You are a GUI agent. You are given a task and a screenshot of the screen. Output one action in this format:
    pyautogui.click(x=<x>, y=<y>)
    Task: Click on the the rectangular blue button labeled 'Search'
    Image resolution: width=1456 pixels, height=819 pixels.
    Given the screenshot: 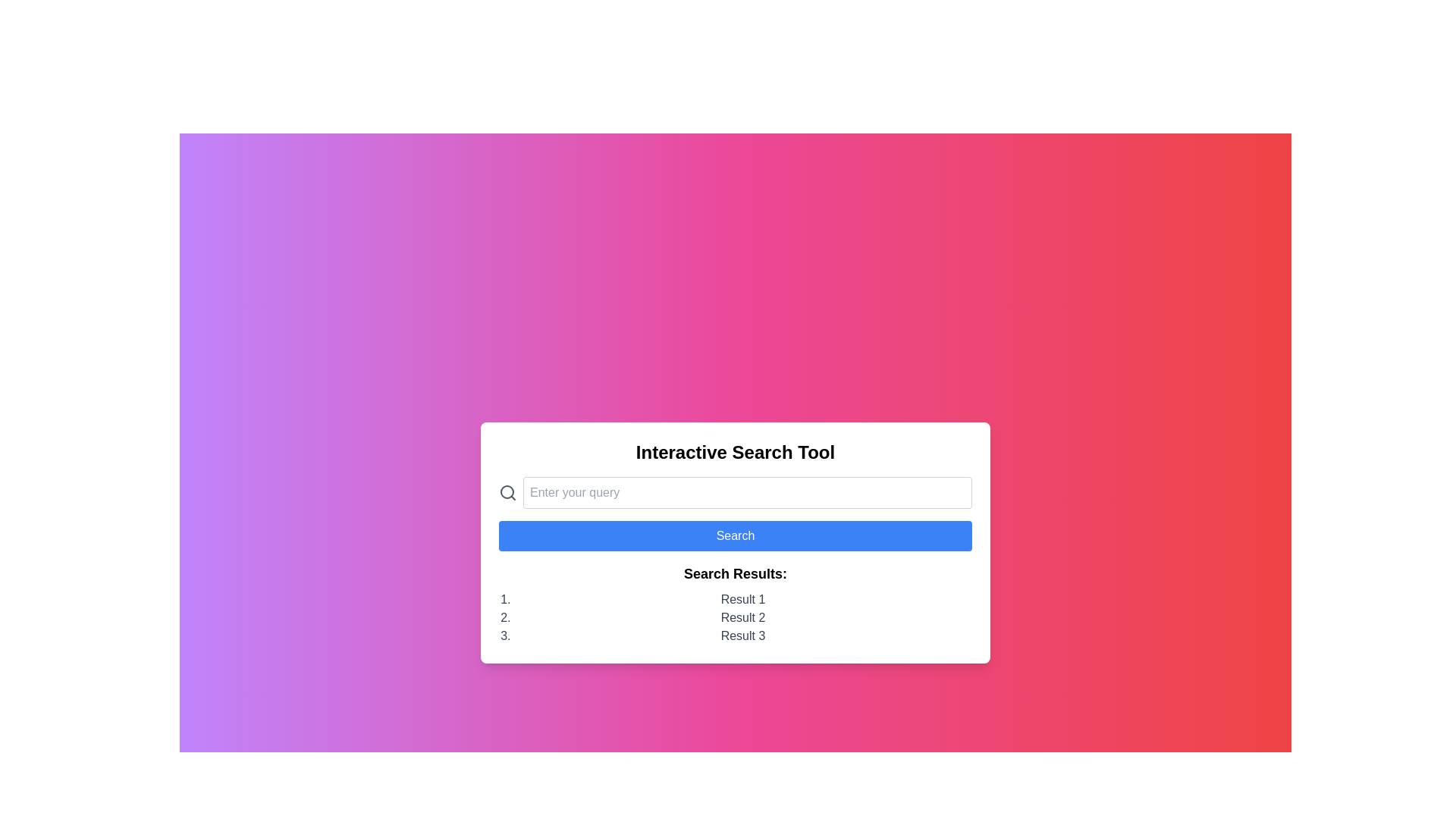 What is the action you would take?
    pyautogui.click(x=735, y=535)
    